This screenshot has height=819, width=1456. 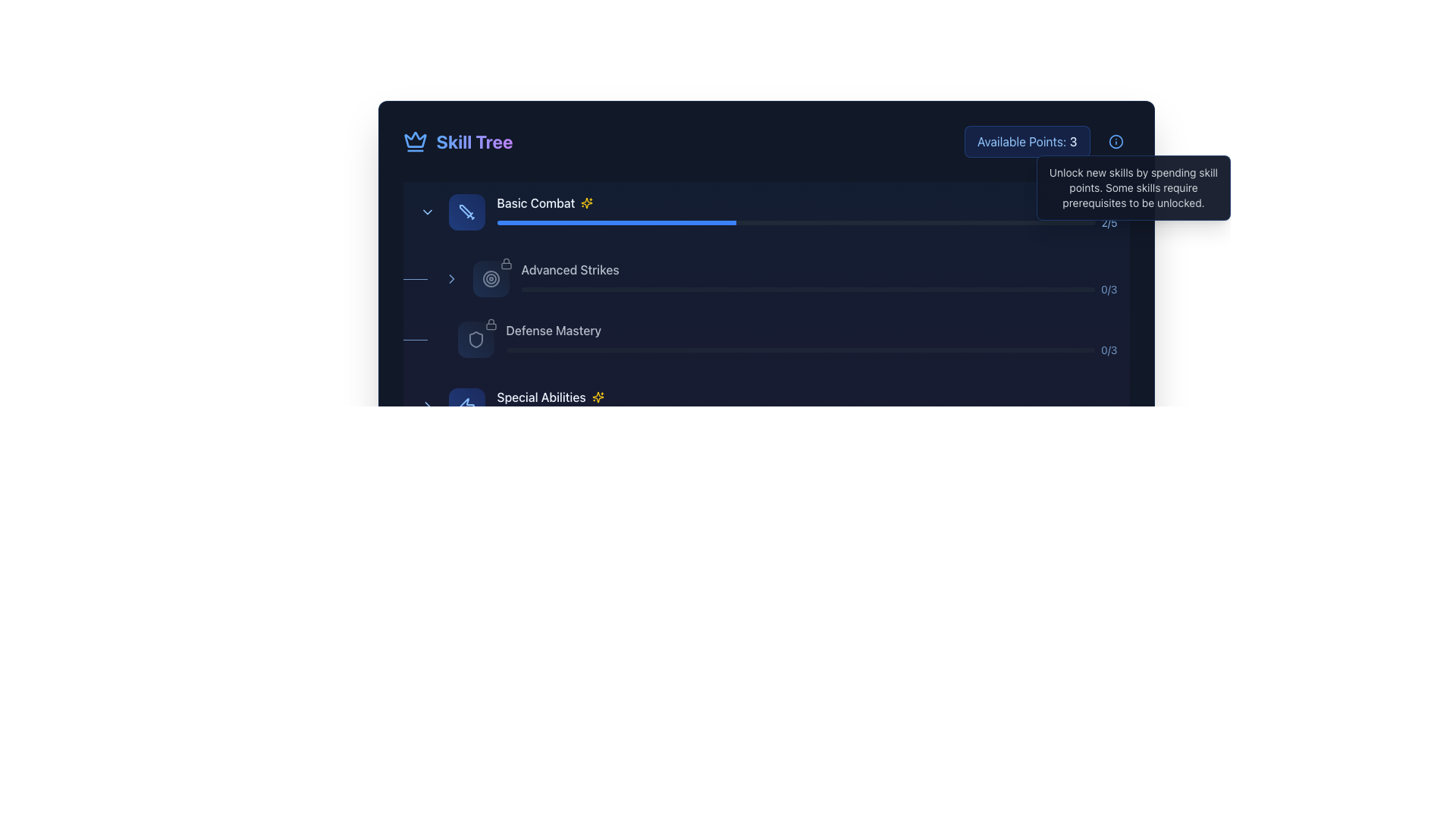 I want to click on the Chevron icon navigation indicator located in the middle-right section of the 'Skill Tree' interface, so click(x=450, y=278).